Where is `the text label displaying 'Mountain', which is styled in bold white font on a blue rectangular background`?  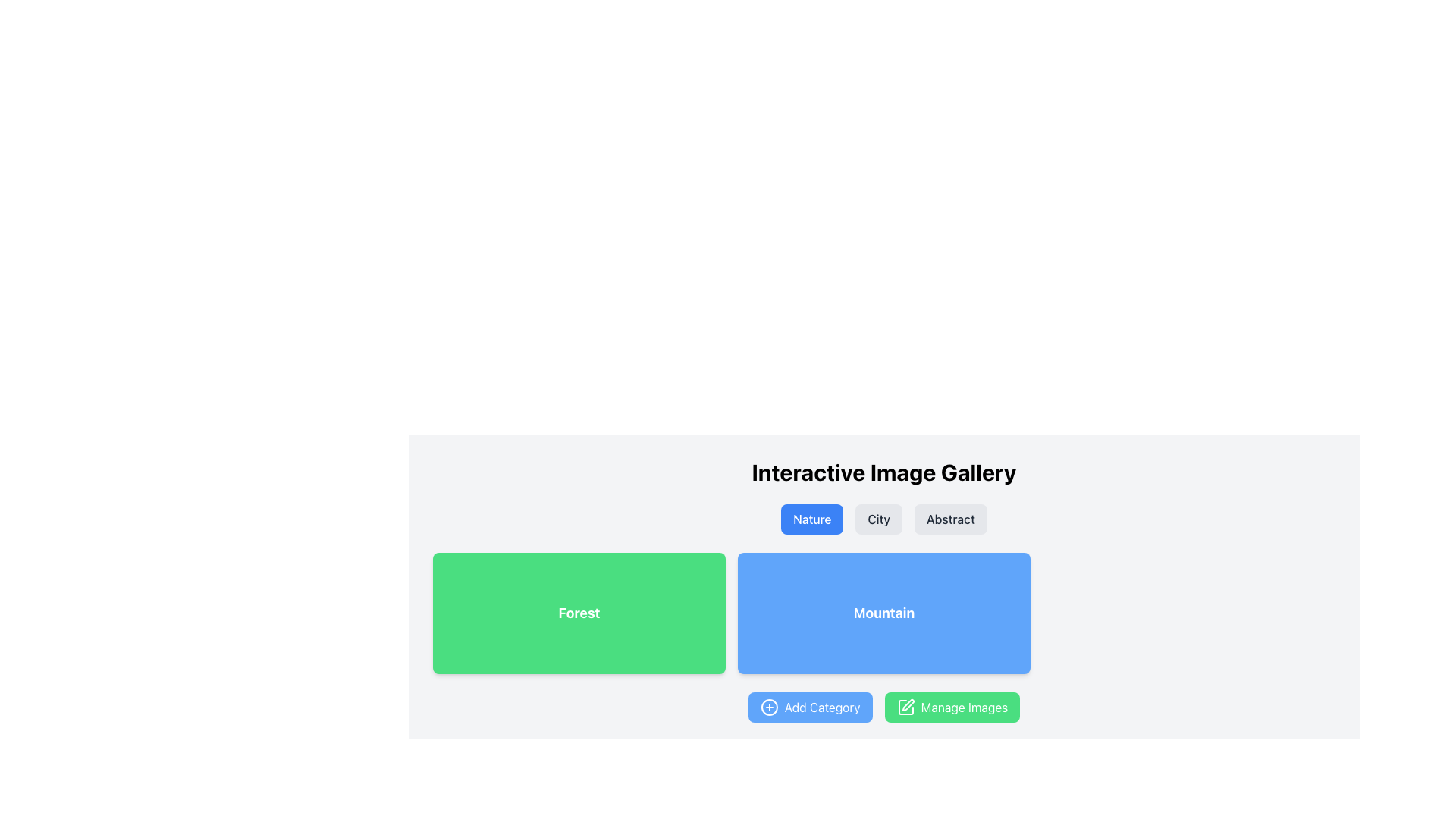
the text label displaying 'Mountain', which is styled in bold white font on a blue rectangular background is located at coordinates (884, 613).